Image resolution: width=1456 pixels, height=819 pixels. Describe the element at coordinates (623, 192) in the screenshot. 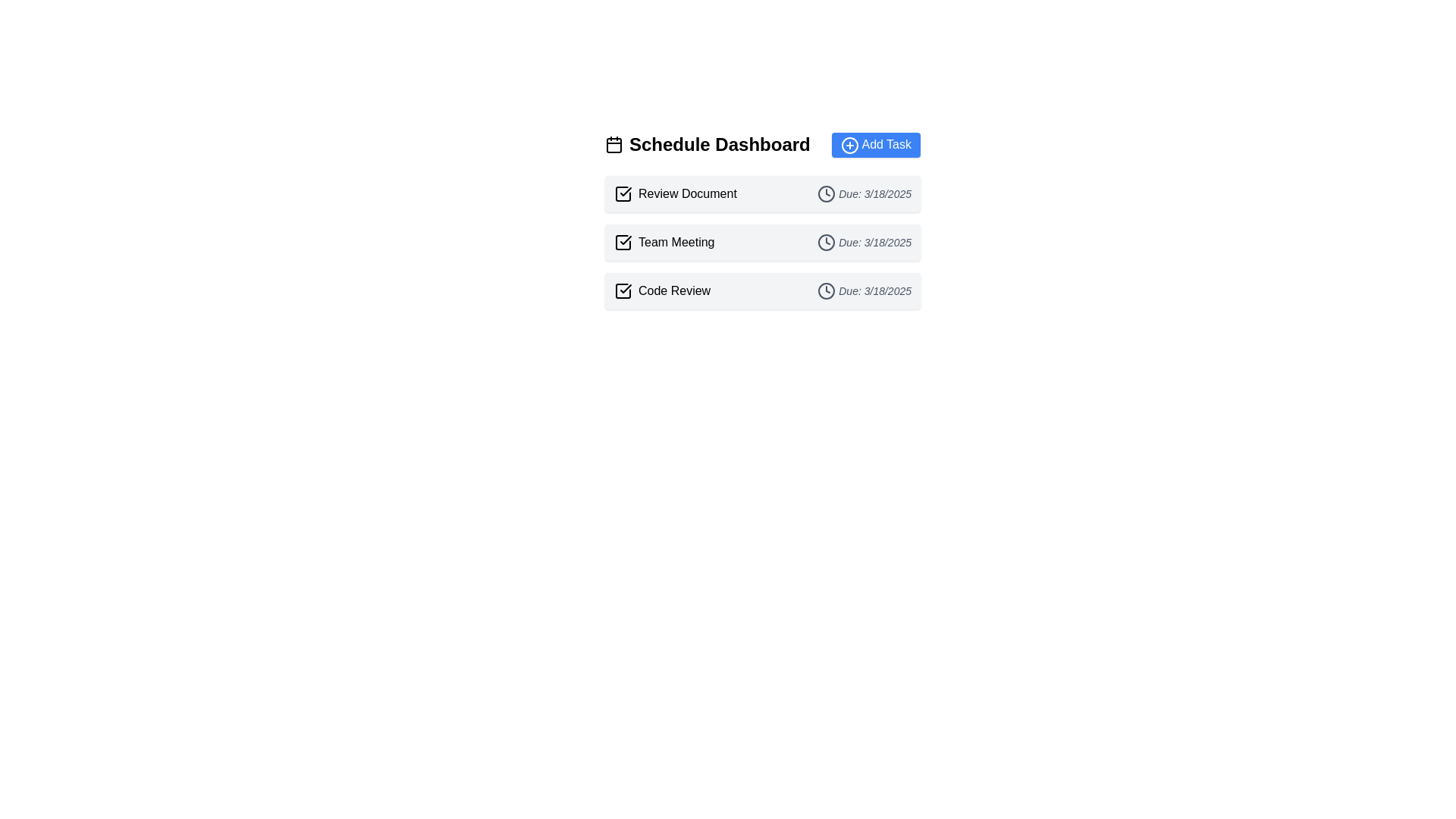

I see `the icon resembling a square with a check mark inside it, located to the left of the text 'Review Document', indicating a task marked as reviewed or completed` at that location.